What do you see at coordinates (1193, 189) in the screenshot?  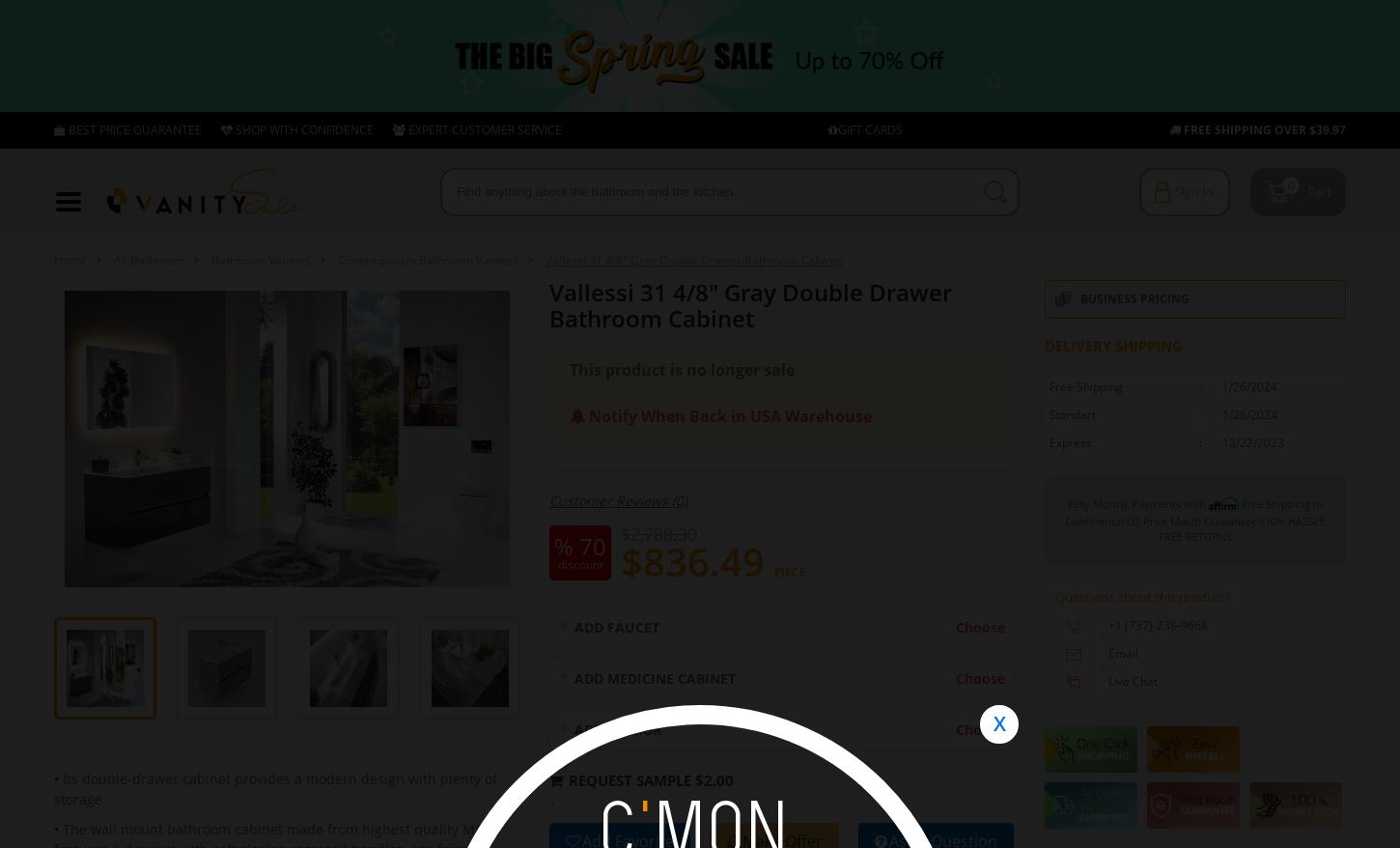 I see `'Sign In'` at bounding box center [1193, 189].